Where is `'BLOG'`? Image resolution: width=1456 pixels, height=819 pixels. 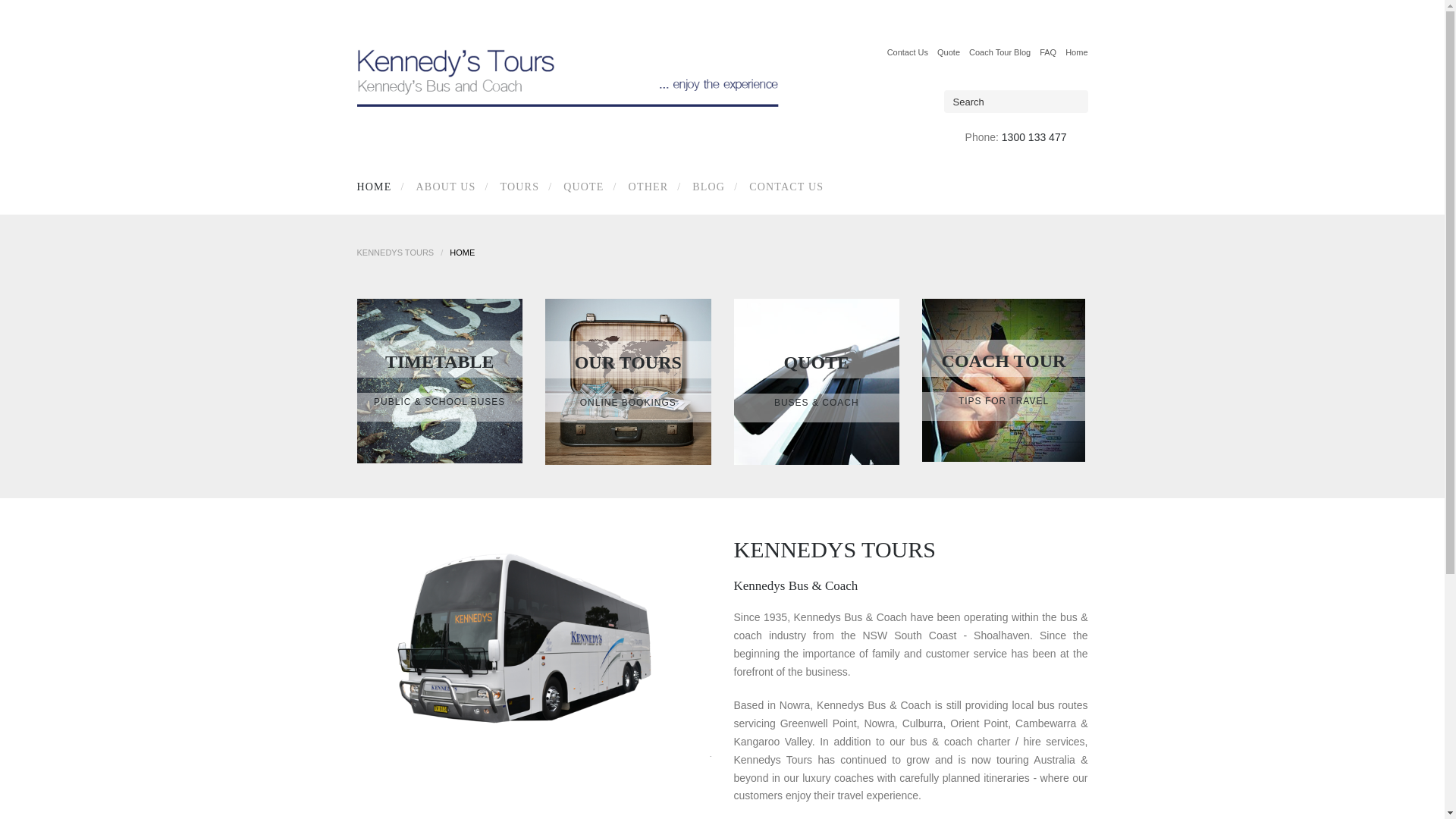
'BLOG' is located at coordinates (704, 186).